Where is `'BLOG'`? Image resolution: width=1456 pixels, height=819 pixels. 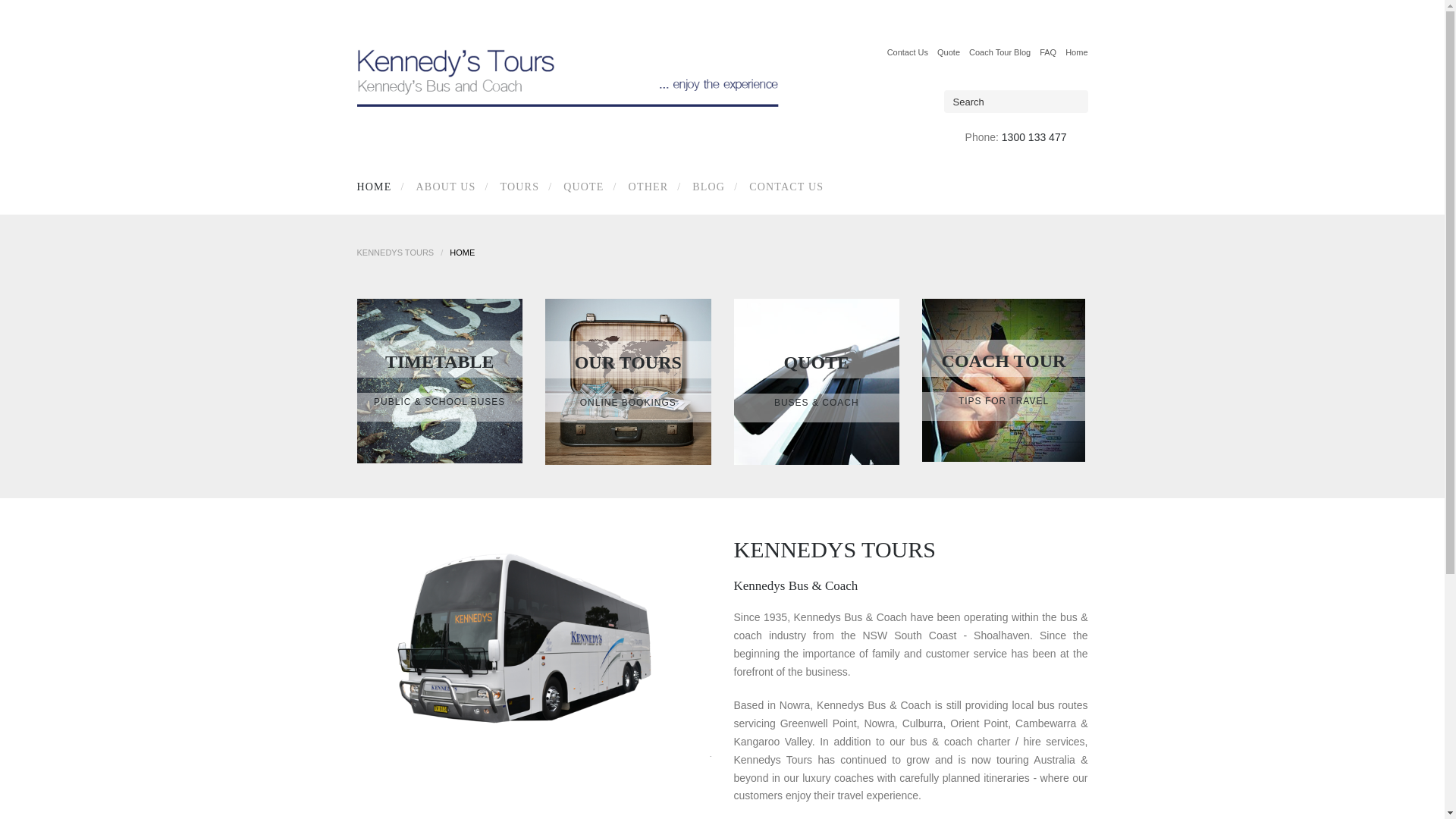
'BLOG' is located at coordinates (704, 186).